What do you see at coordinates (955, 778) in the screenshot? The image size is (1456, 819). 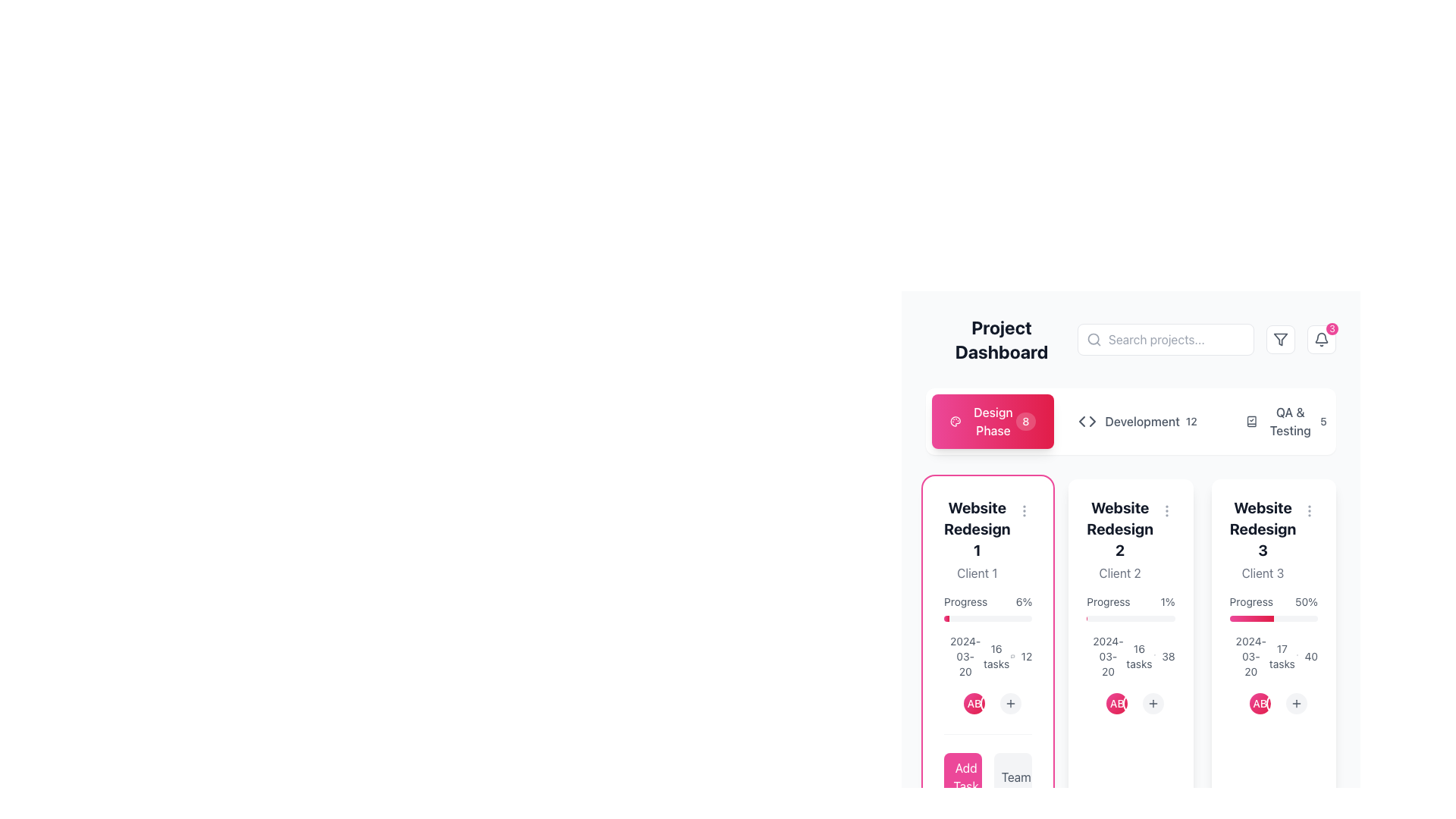 I see `the unfilled circular SVG element with a stroke that is part of the 'Add' or 'Create' feature in the card titled 'Website Redesign 1'` at bounding box center [955, 778].